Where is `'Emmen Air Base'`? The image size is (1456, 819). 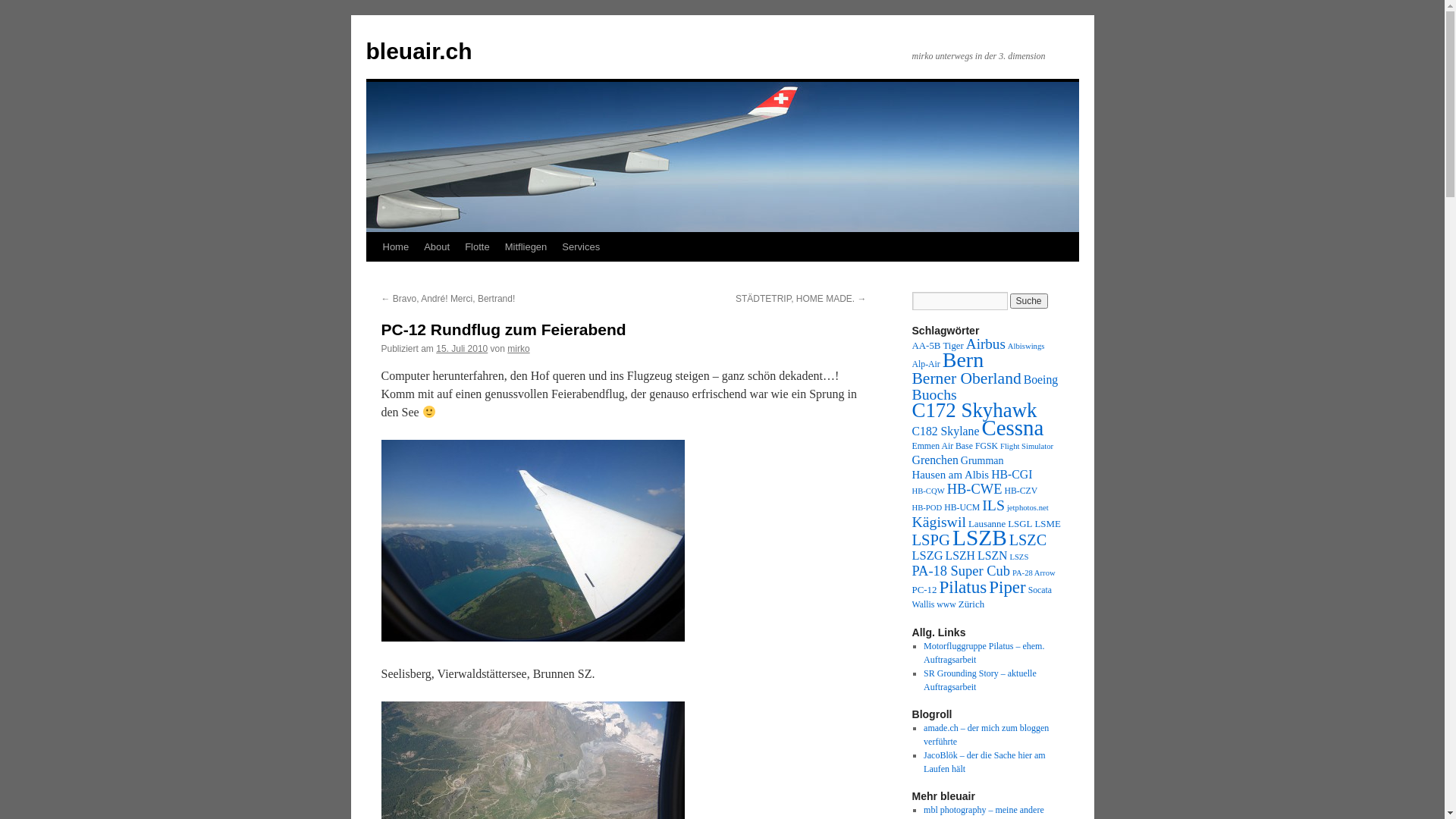 'Emmen Air Base' is located at coordinates (941, 445).